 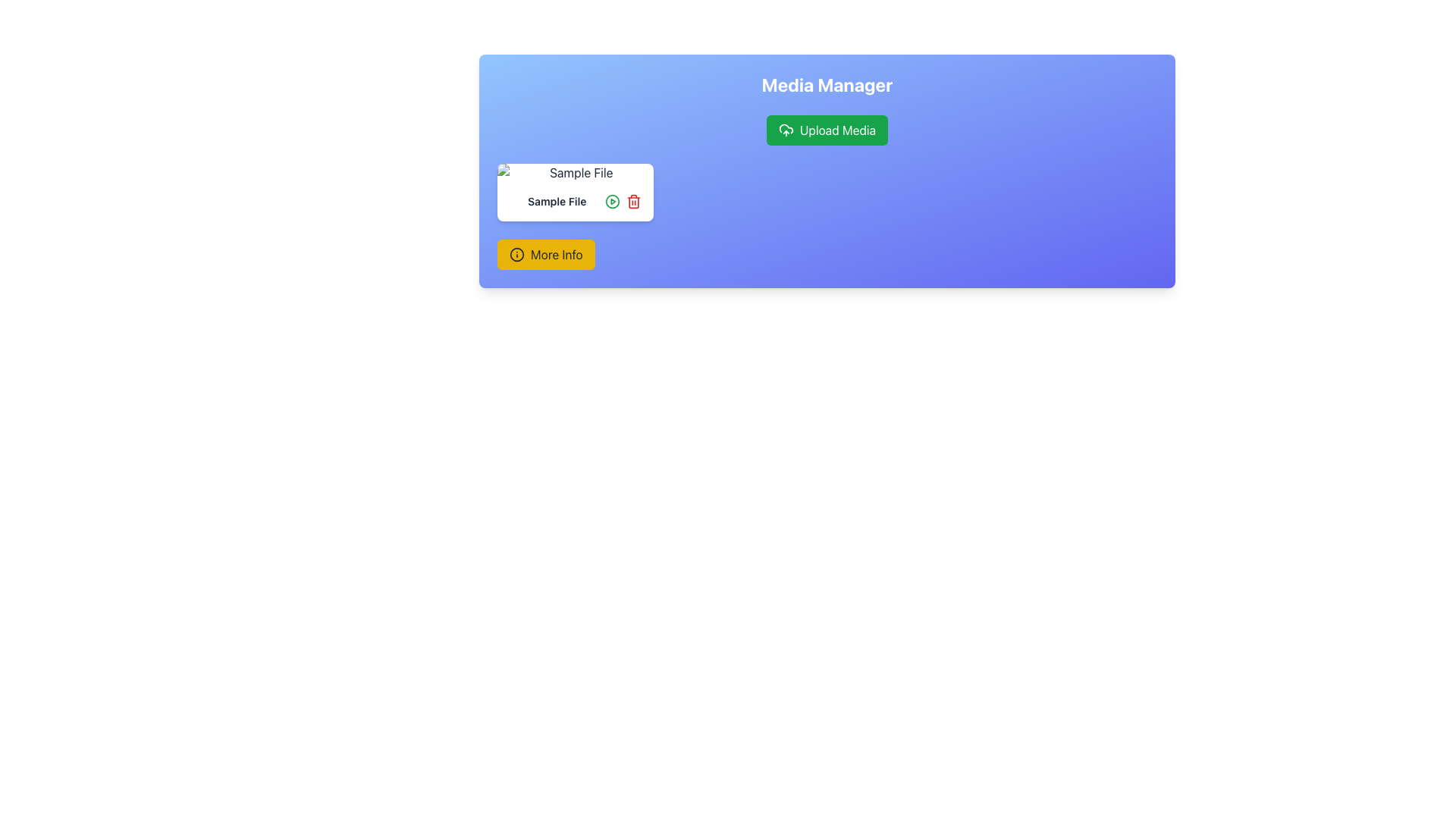 What do you see at coordinates (612, 201) in the screenshot?
I see `the outer circular outline of the SVG Circle located at the center of the play icon structure within the file item component` at bounding box center [612, 201].